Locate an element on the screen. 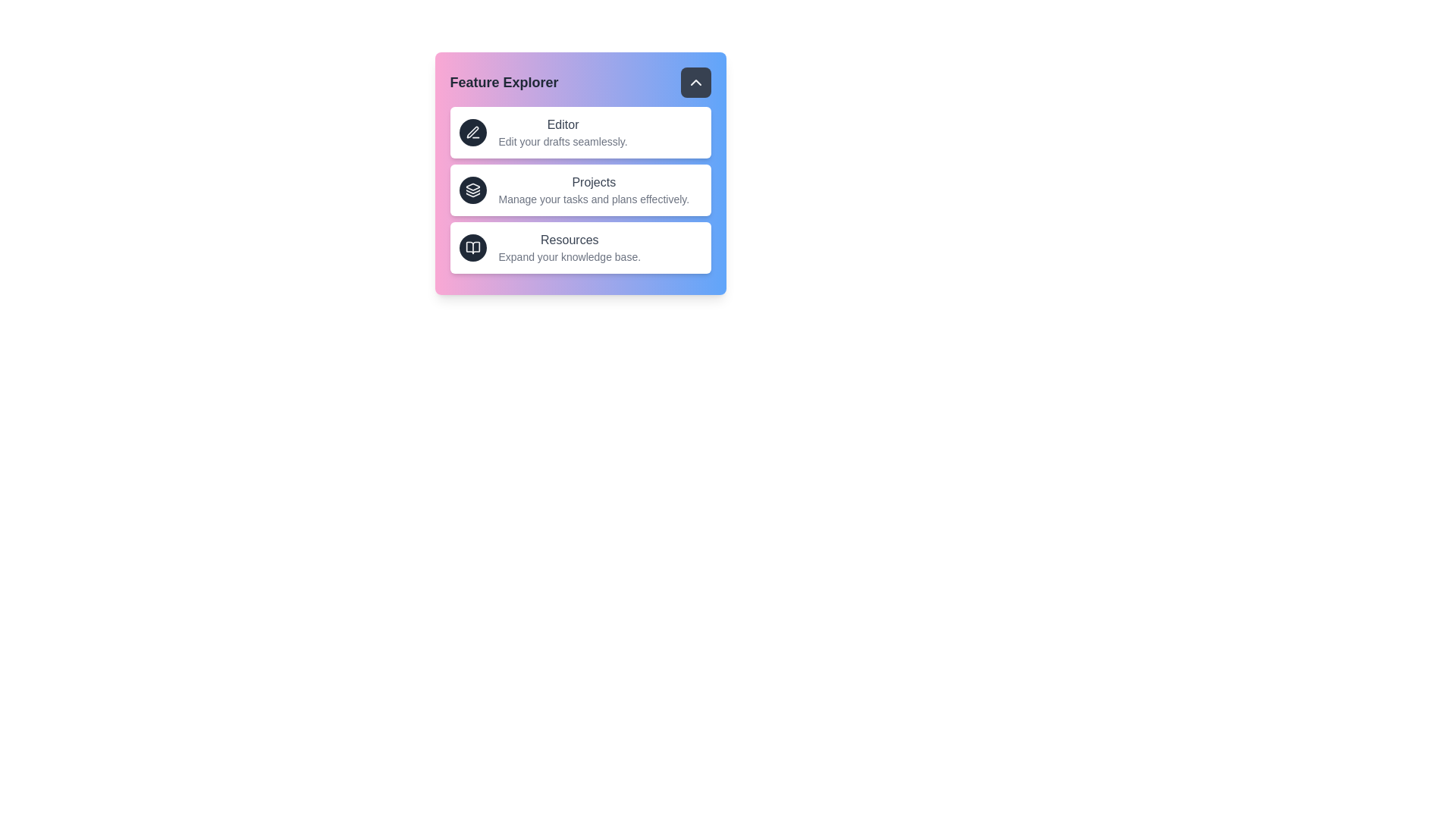 This screenshot has width=1456, height=819. the Editor icon to interact with the corresponding feature is located at coordinates (472, 131).